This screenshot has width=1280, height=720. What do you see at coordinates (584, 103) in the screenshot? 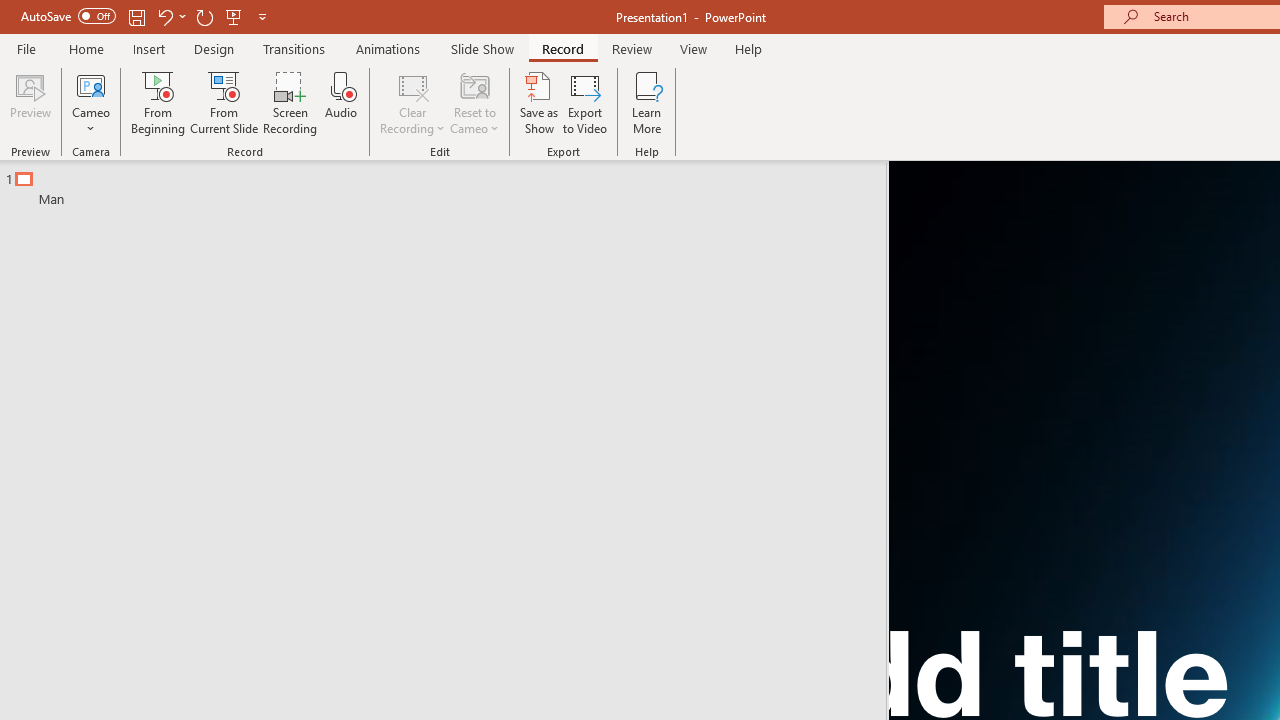
I see `'Export to Video'` at bounding box center [584, 103].